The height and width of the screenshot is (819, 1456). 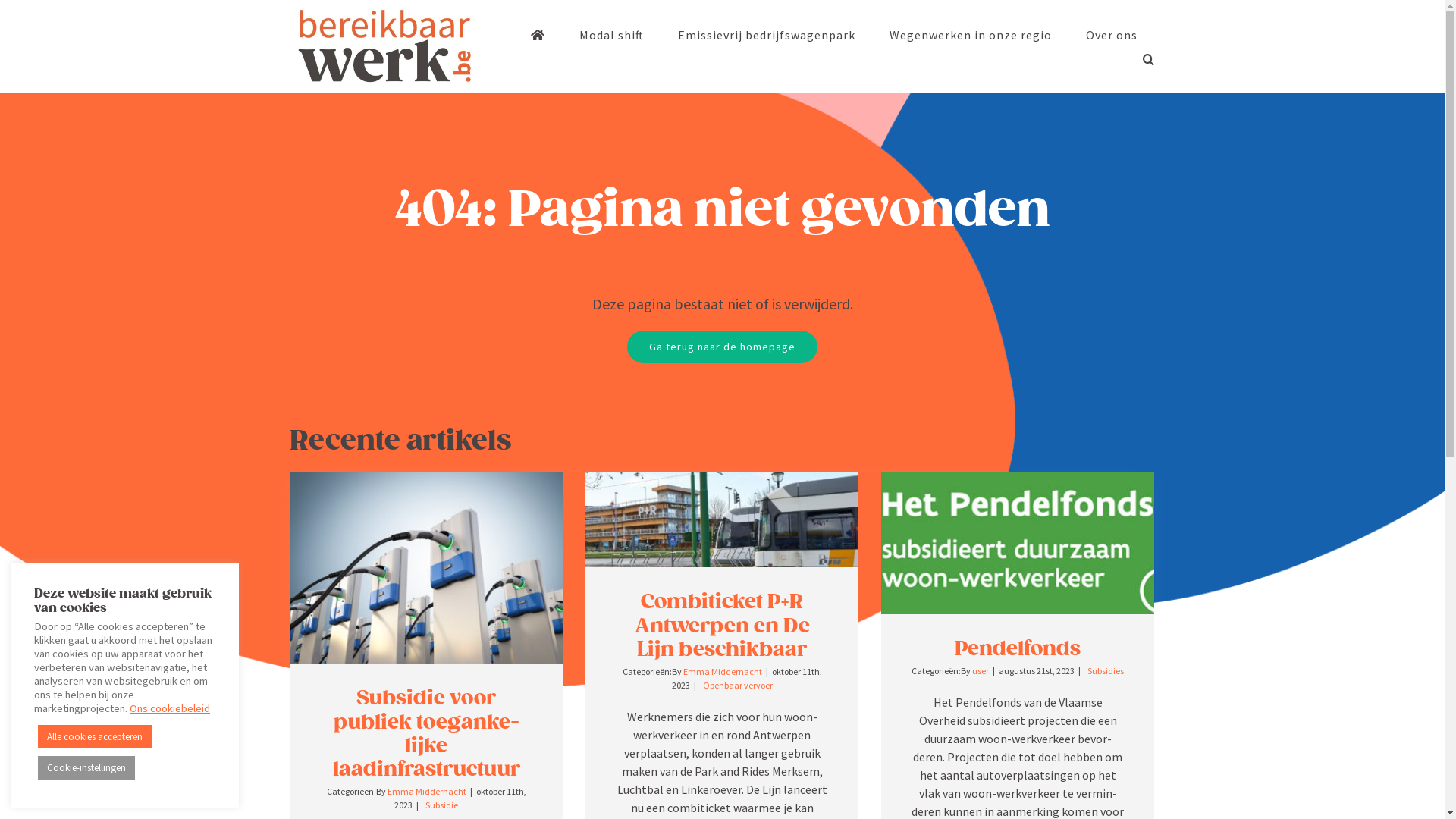 What do you see at coordinates (722, 670) in the screenshot?
I see `'Emma Middernacht'` at bounding box center [722, 670].